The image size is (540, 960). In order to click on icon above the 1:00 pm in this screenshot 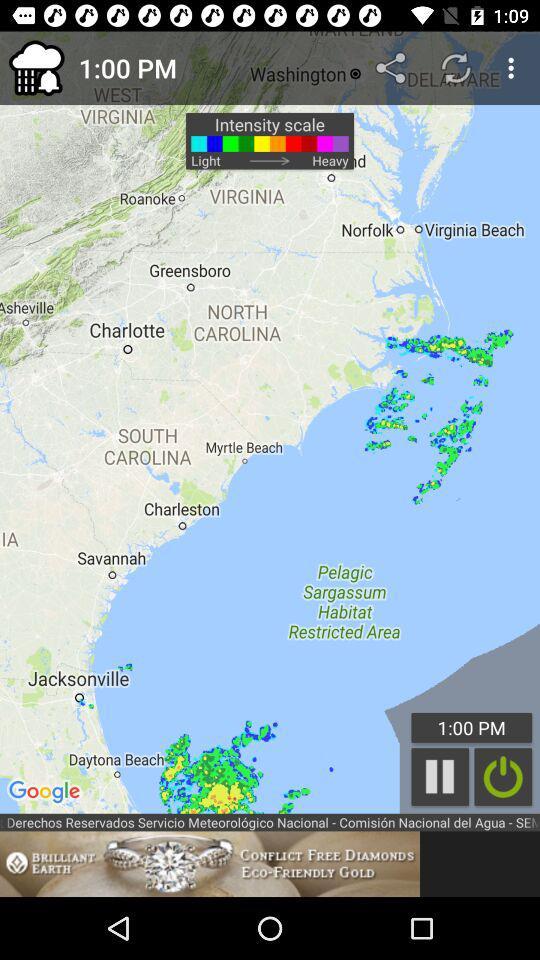, I will do `click(393, 68)`.